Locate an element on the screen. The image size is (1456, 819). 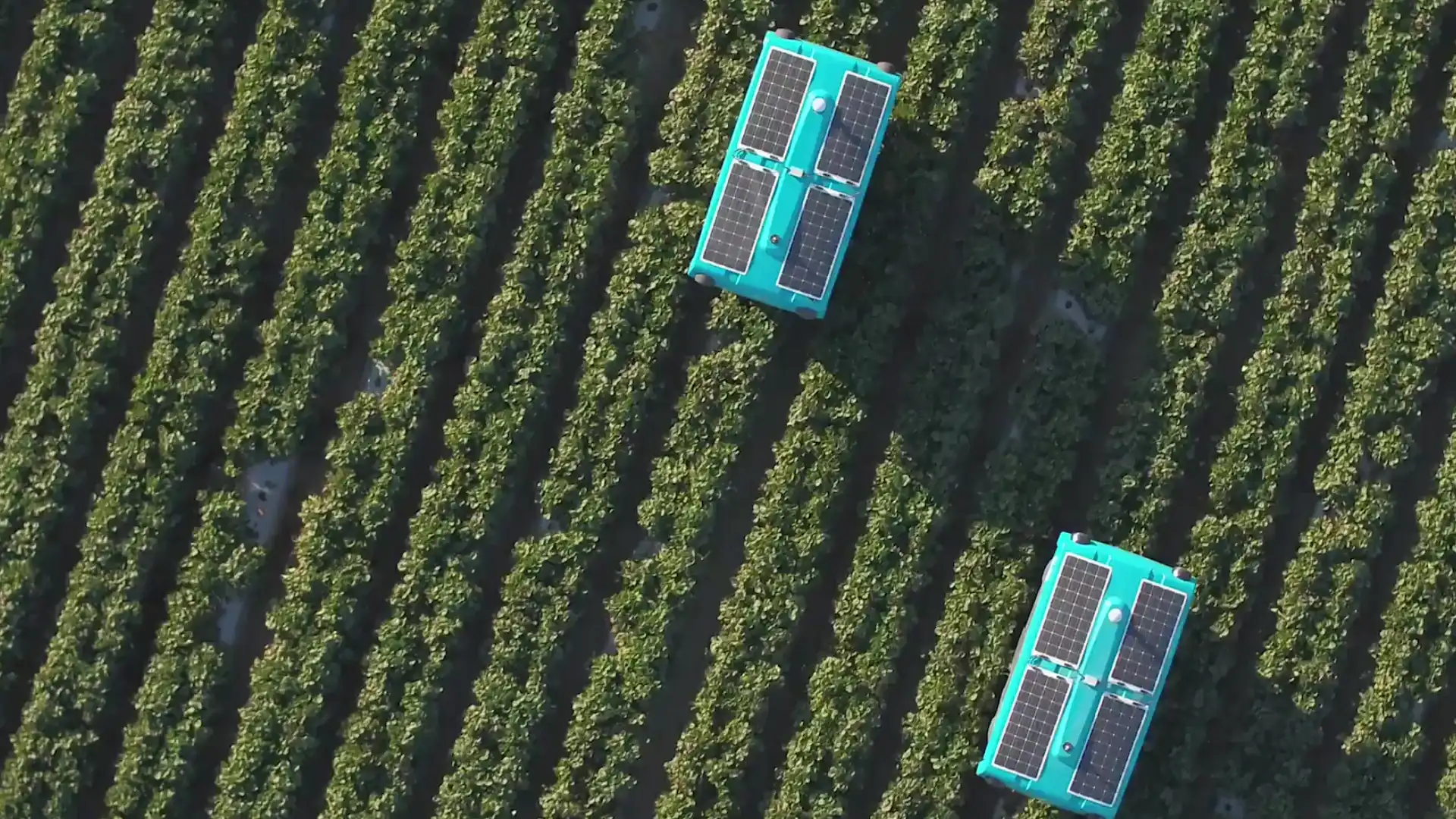
A Makani plane takes off from an offshore buoy at sea and generates power from the wind Makani graduates After the latest Makani model generates 600 kilowatts of electricity  enough energy to power about 300 homes  Makani becomes an independent company within Alphabet and partners with Shell to continue working towards clean, affordable wind power. is located at coordinates (768, 107).